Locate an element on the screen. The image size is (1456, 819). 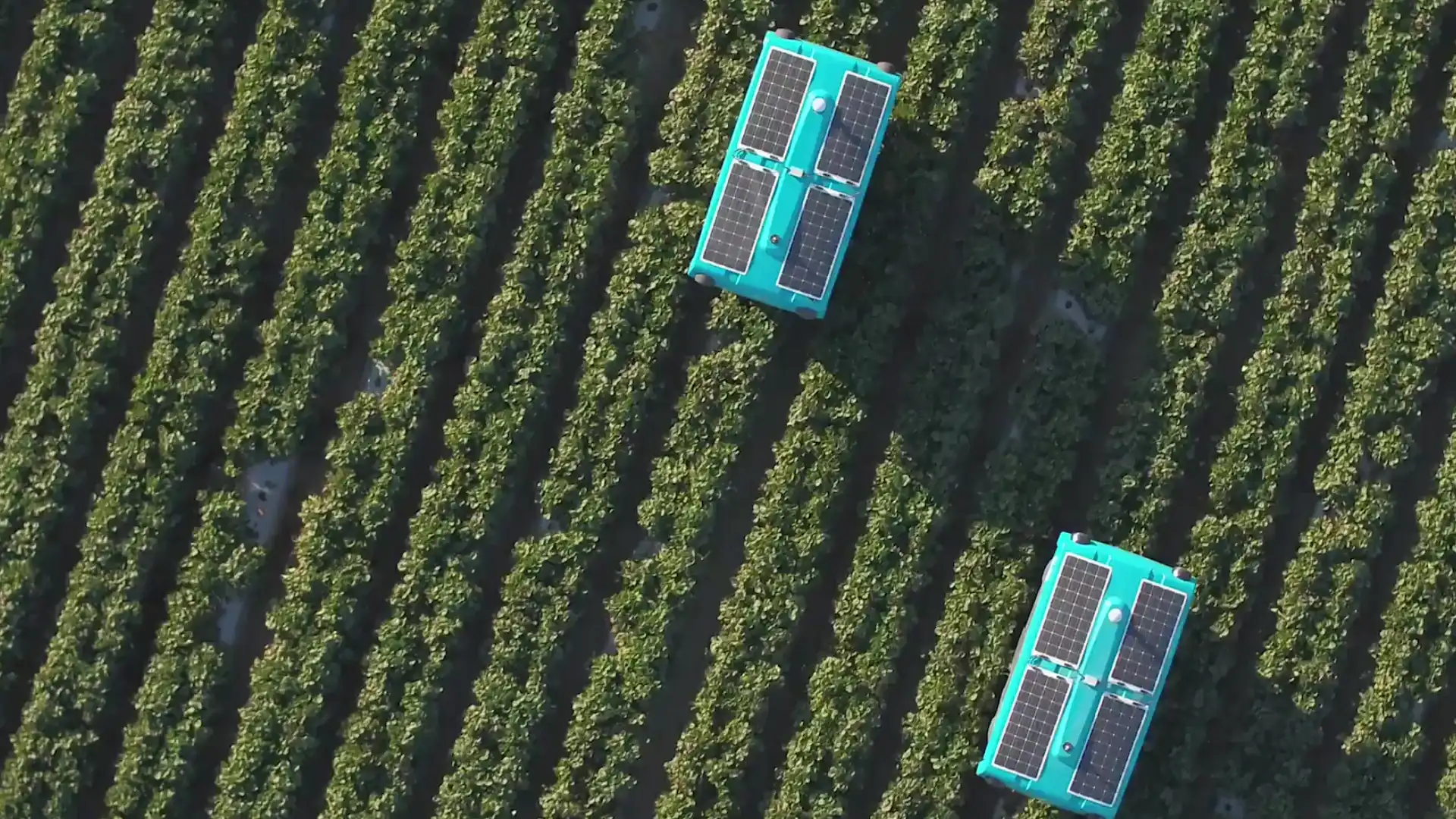
A Makani plane takes off from an offshore buoy at sea and generates power from the wind Makani graduates After the latest Makani model generates 600 kilowatts of electricity  enough energy to power about 300 homes  Makani becomes an independent company within Alphabet and partners with Shell to continue working towards clean, affordable wind power. is located at coordinates (768, 107).